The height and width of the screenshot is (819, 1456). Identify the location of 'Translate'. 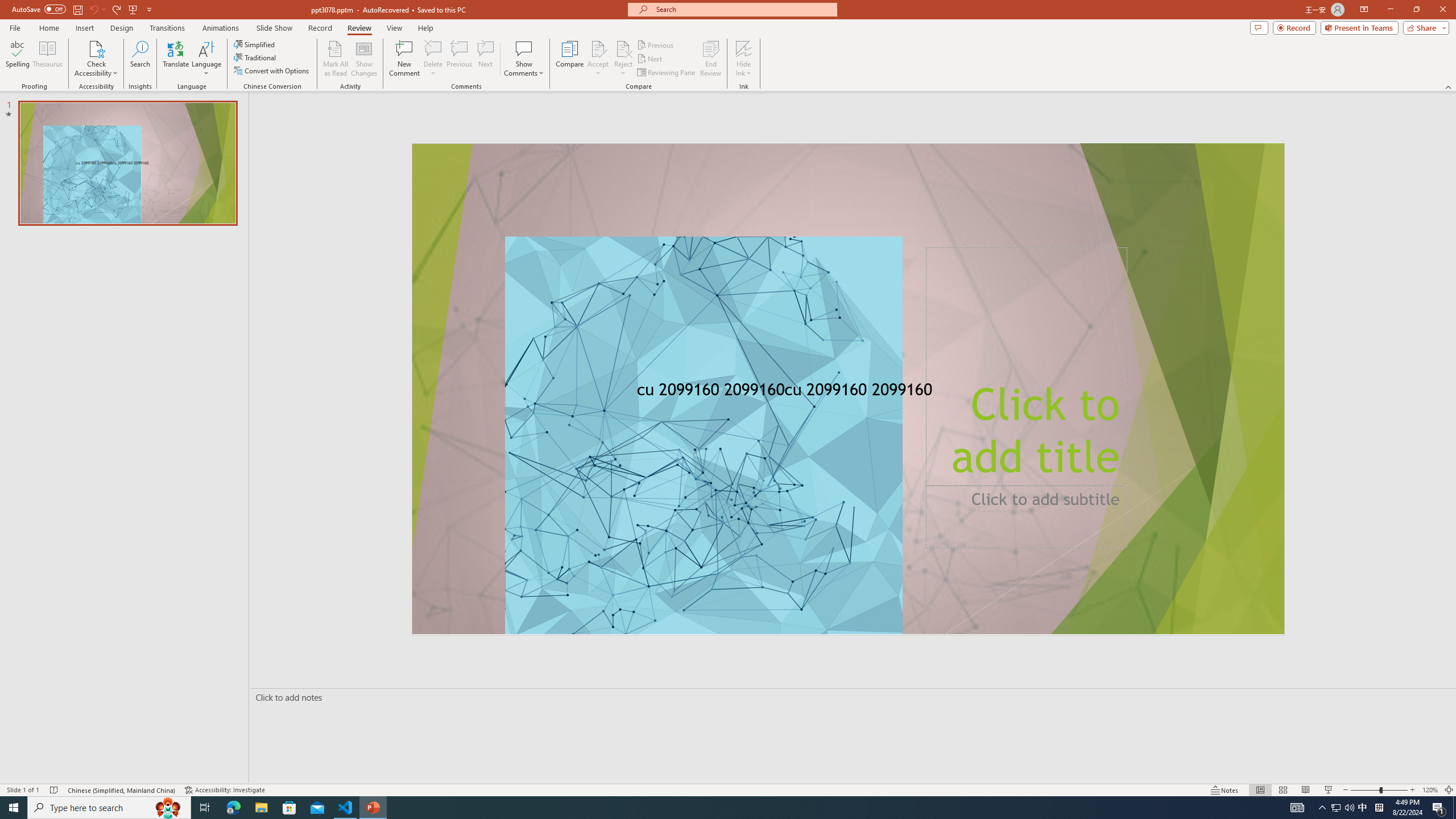
(176, 59).